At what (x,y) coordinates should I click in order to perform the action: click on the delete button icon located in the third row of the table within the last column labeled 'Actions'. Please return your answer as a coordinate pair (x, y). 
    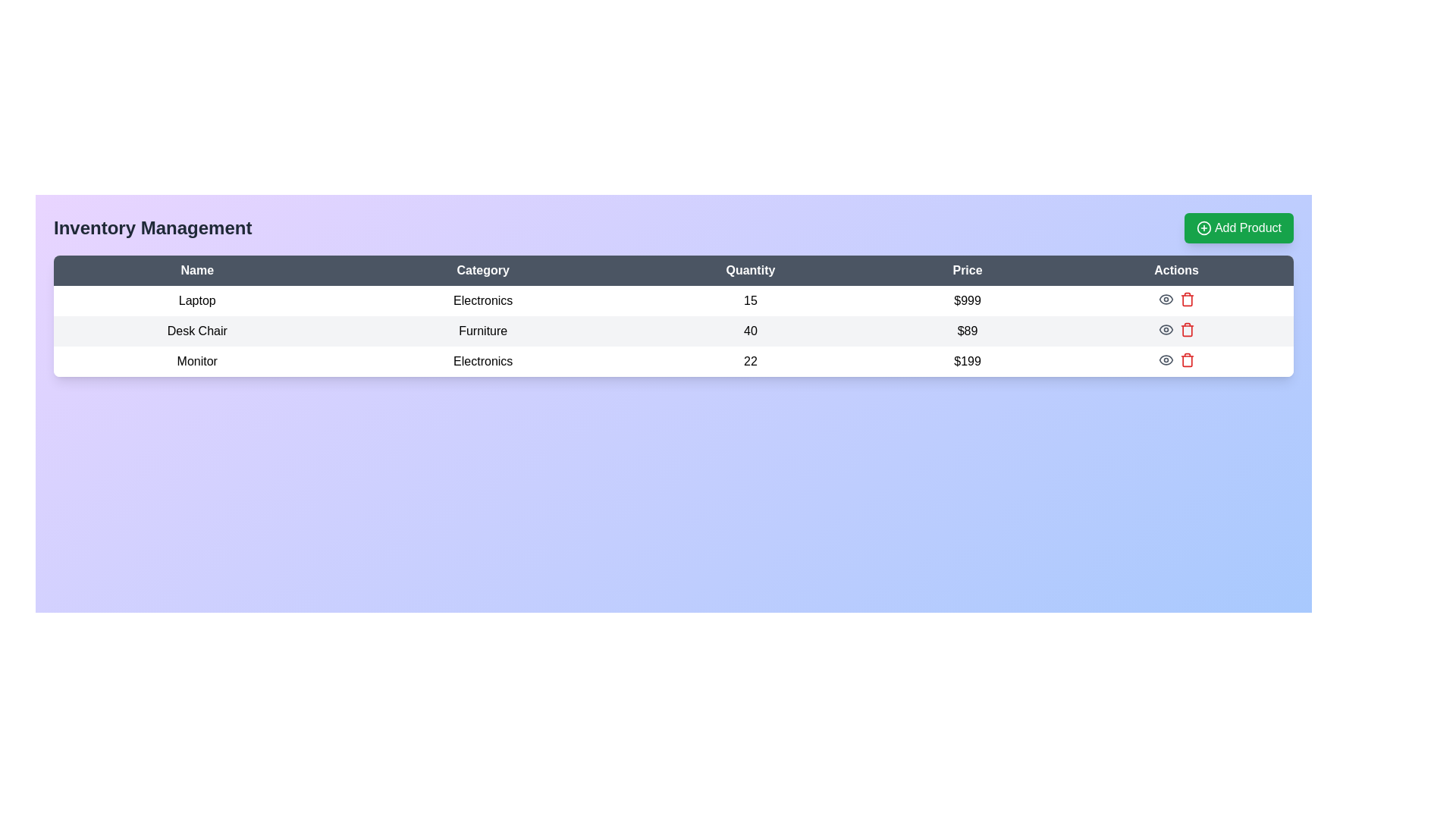
    Looking at the image, I should click on (1186, 329).